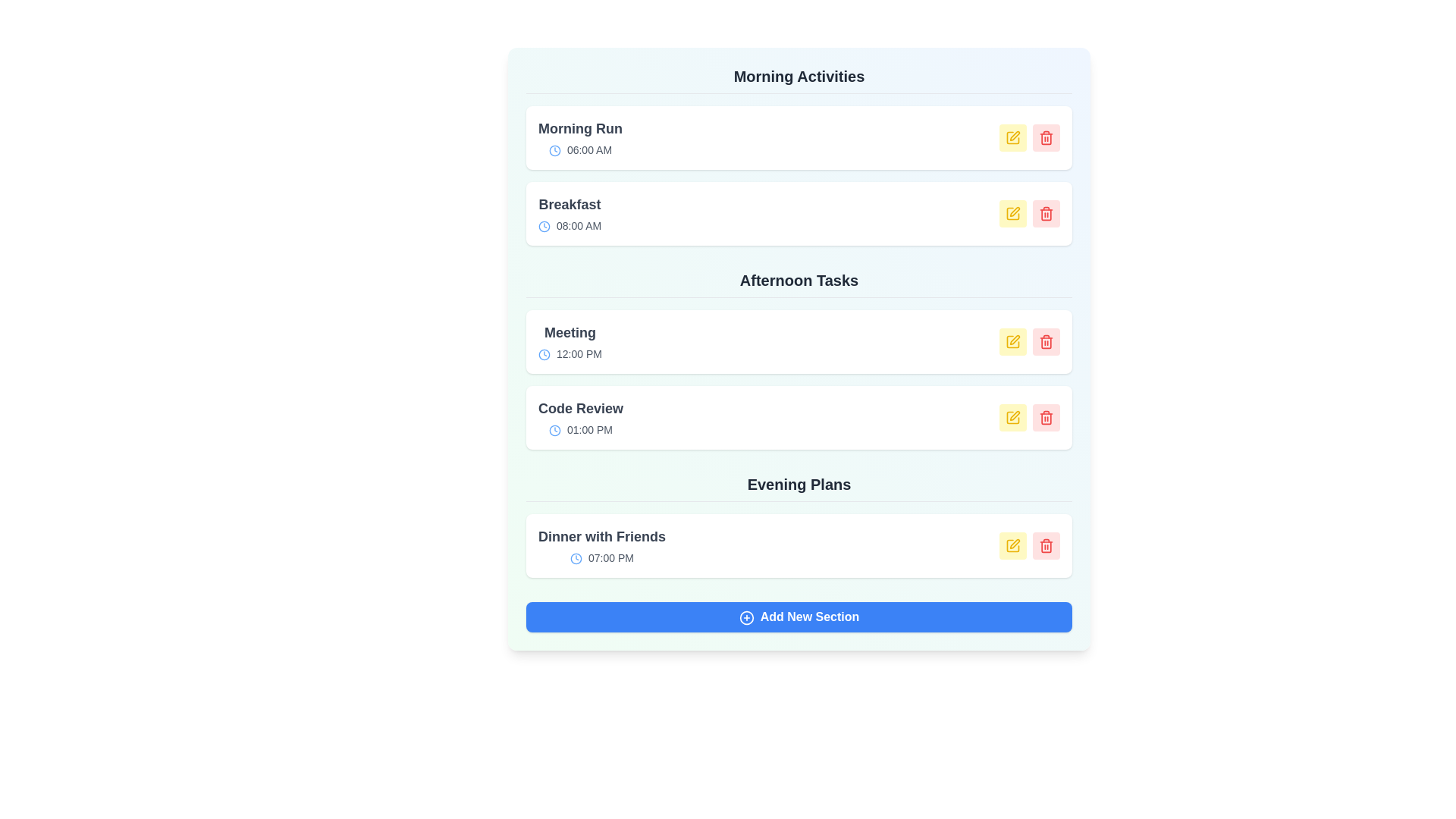  What do you see at coordinates (1046, 137) in the screenshot?
I see `delete button for the event Morning Run` at bounding box center [1046, 137].